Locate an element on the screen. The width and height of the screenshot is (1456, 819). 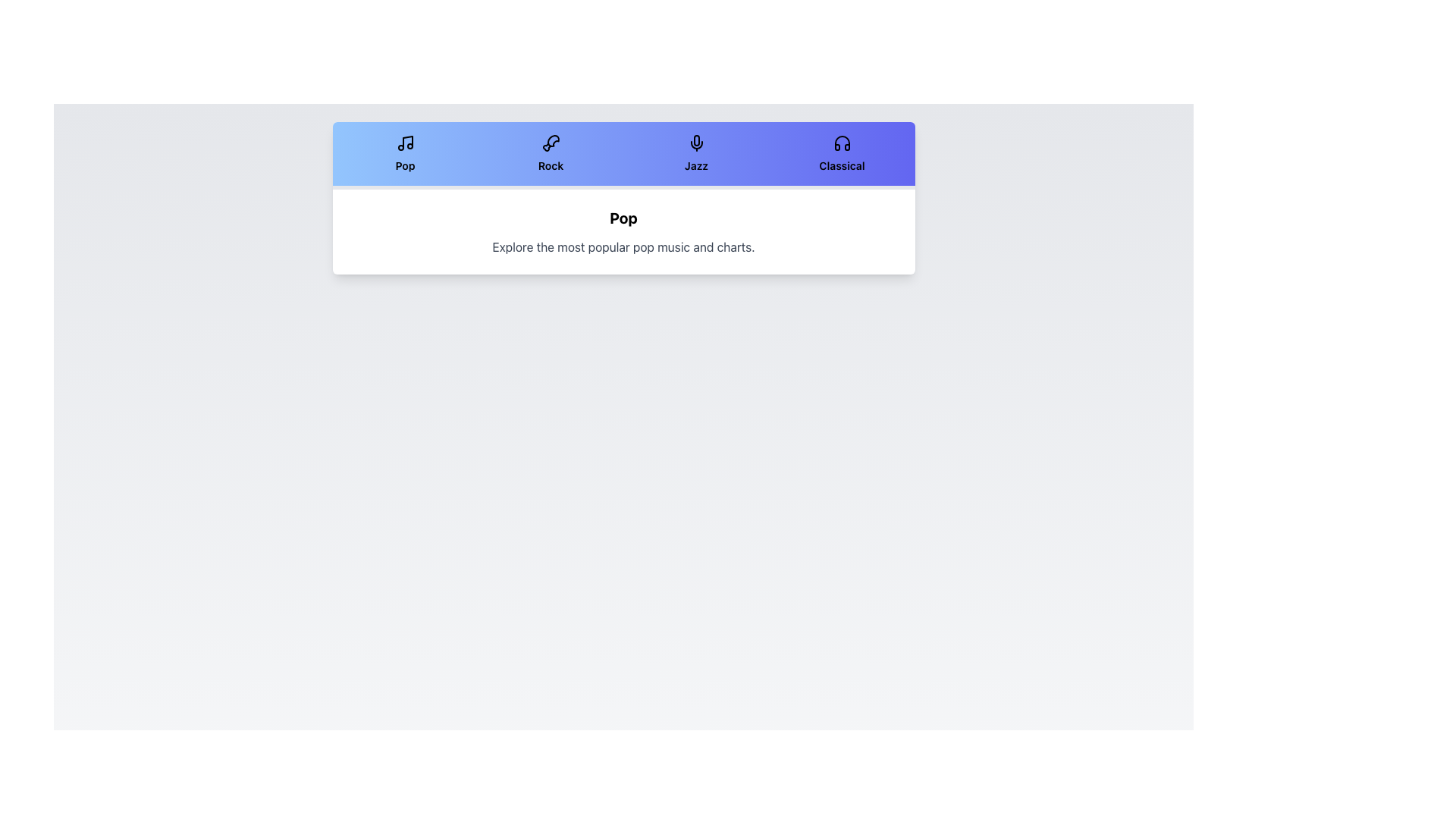
the 'Classical' music category icon (SVG) is located at coordinates (841, 143).